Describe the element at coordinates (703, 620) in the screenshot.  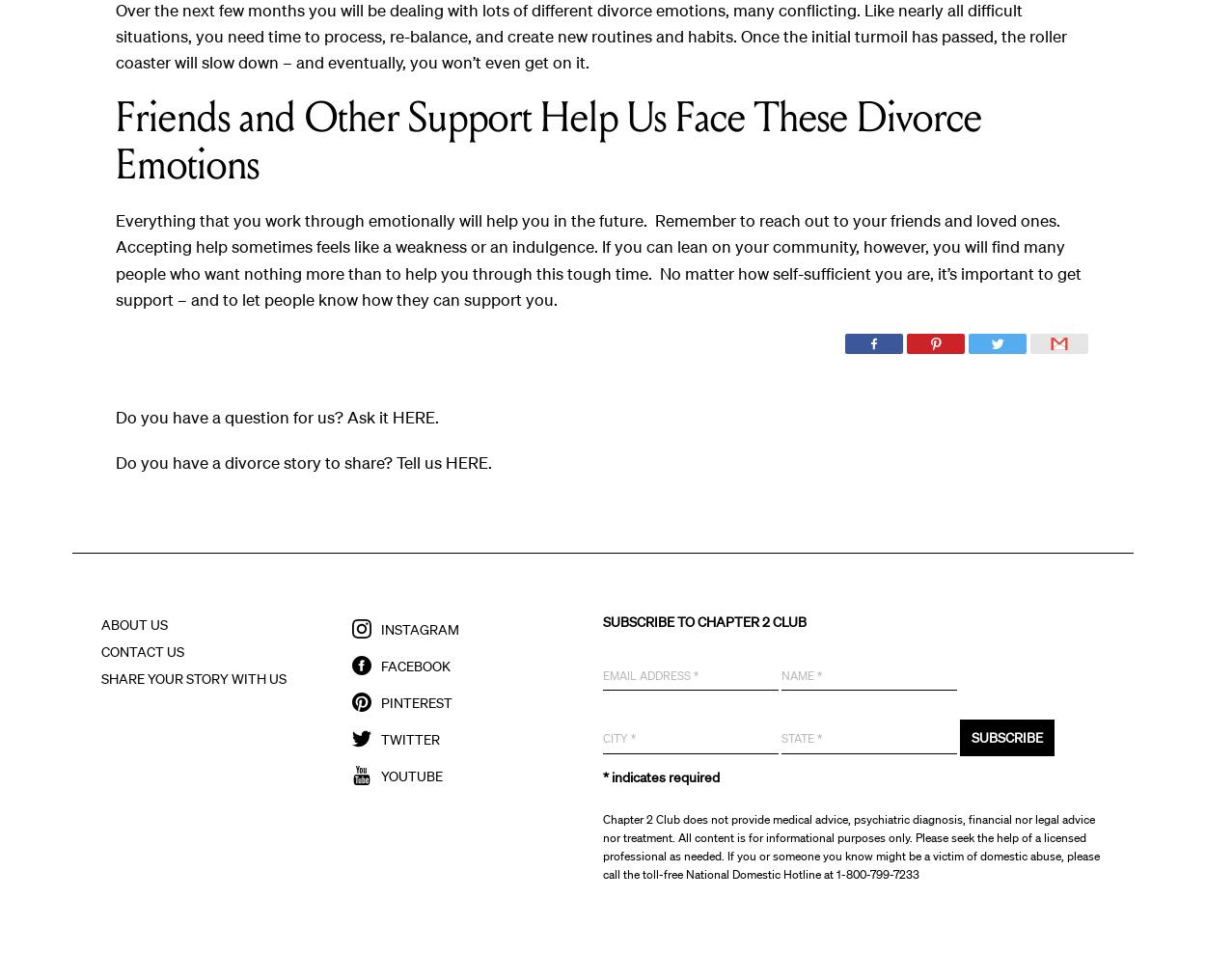
I see `'SUBSCRIBE TO CHAPTER 2 CLUB'` at that location.